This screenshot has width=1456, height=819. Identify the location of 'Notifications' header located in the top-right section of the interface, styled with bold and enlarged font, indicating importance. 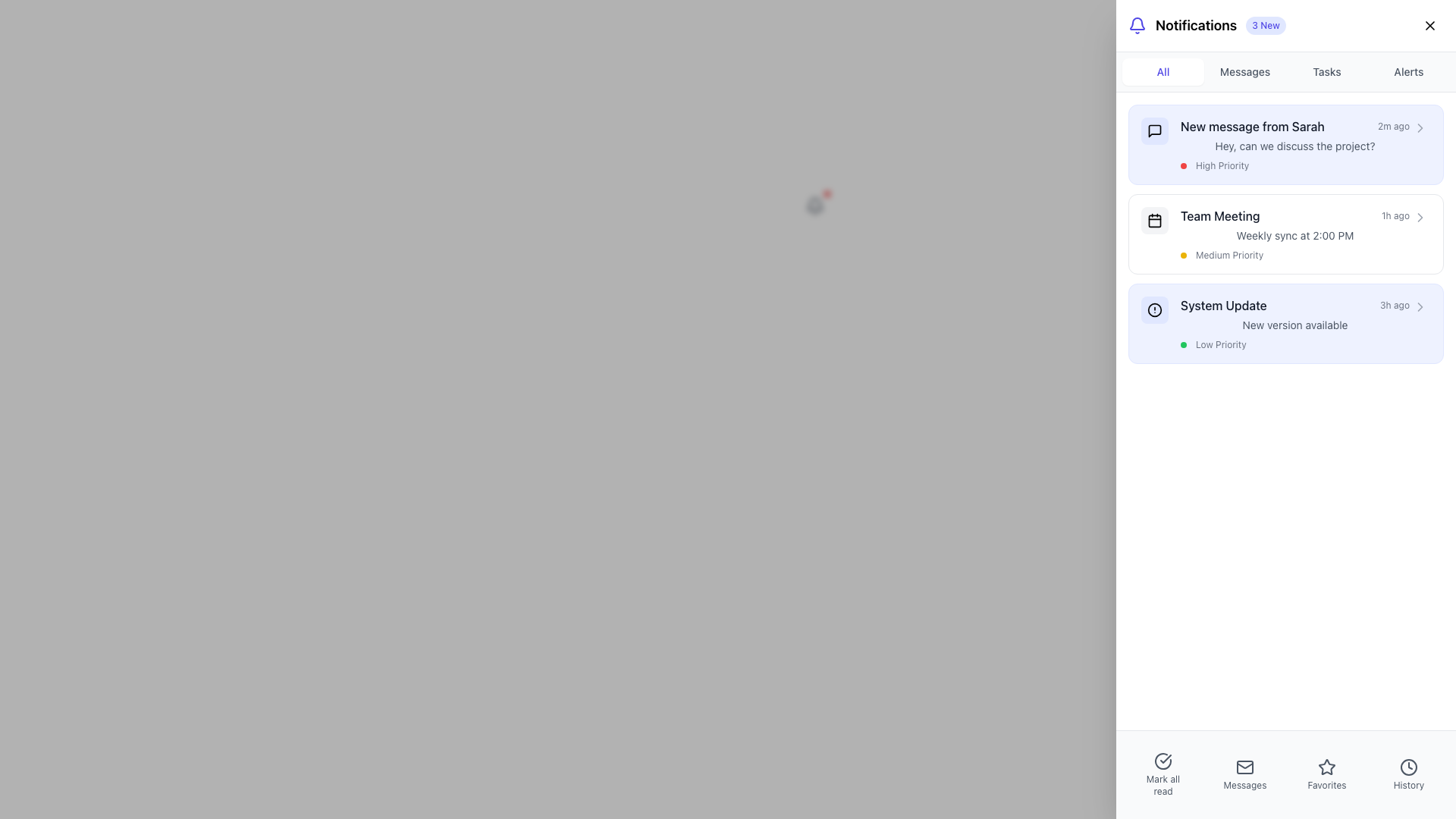
(1195, 26).